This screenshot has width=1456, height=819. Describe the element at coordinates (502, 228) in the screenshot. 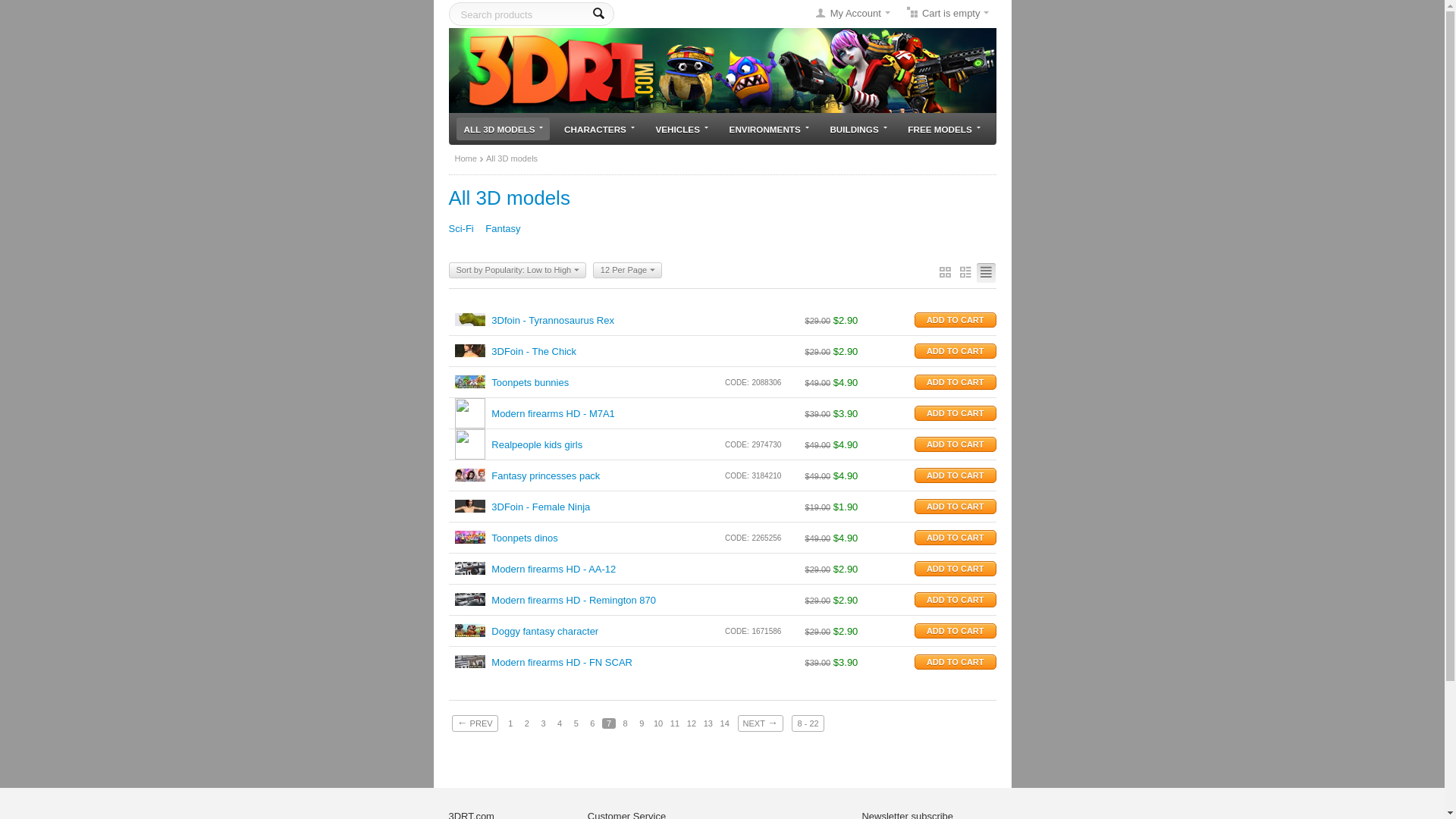

I see `'Fantasy'` at that location.